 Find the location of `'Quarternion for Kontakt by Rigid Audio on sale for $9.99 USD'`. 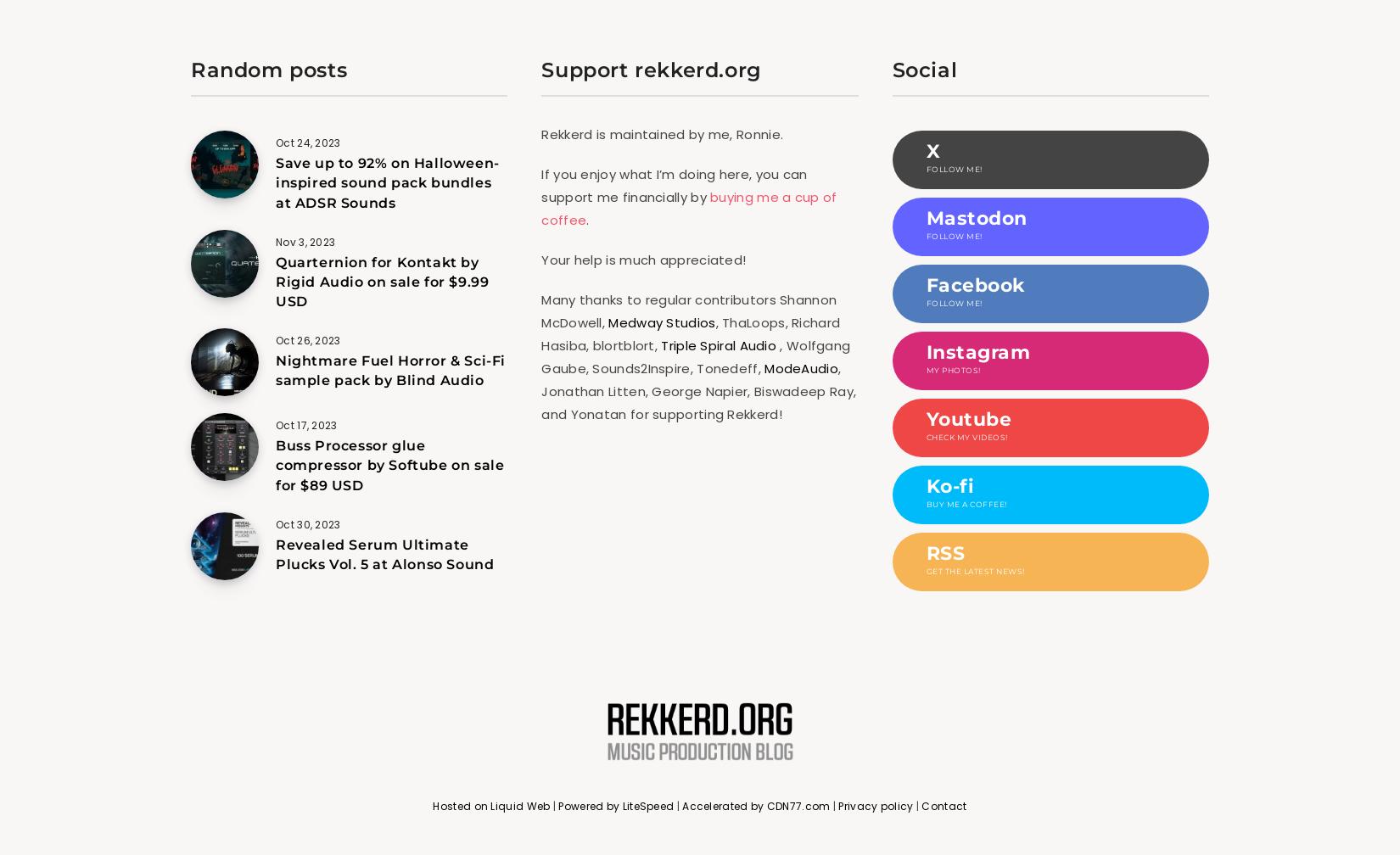

'Quarternion for Kontakt by Rigid Audio on sale for $9.99 USD' is located at coordinates (276, 282).